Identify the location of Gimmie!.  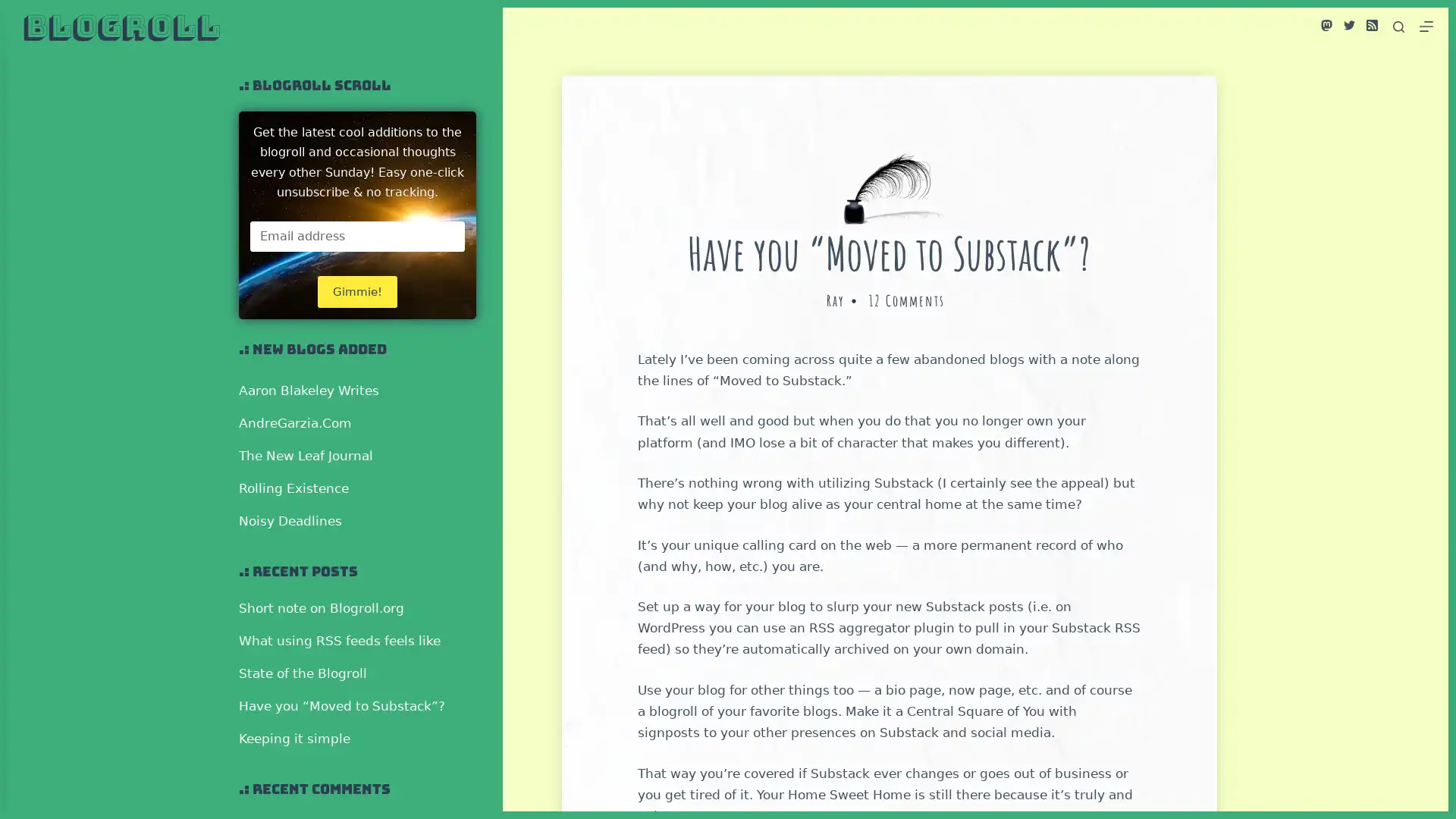
(356, 291).